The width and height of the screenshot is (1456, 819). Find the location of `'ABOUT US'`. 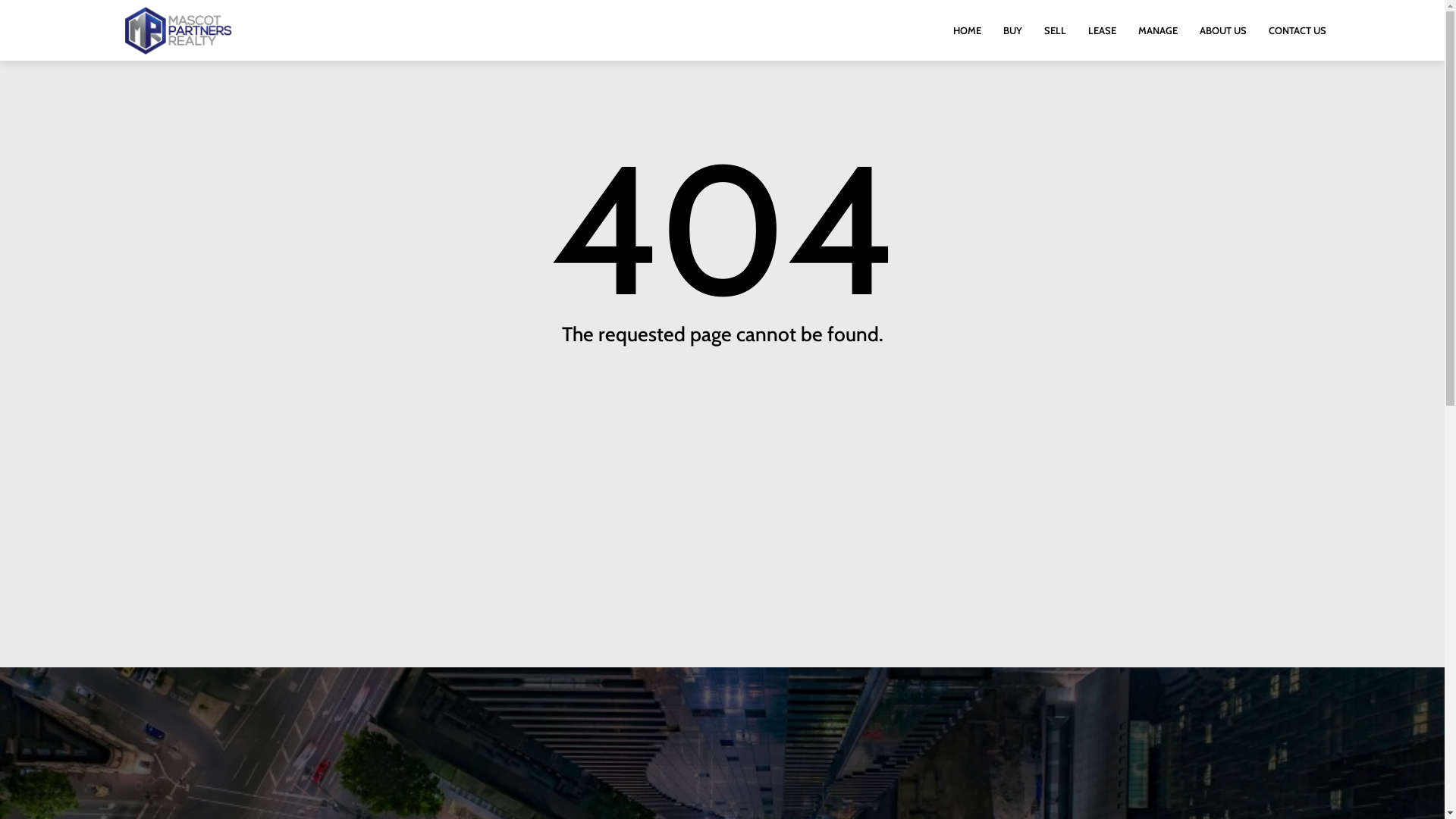

'ABOUT US' is located at coordinates (1222, 30).